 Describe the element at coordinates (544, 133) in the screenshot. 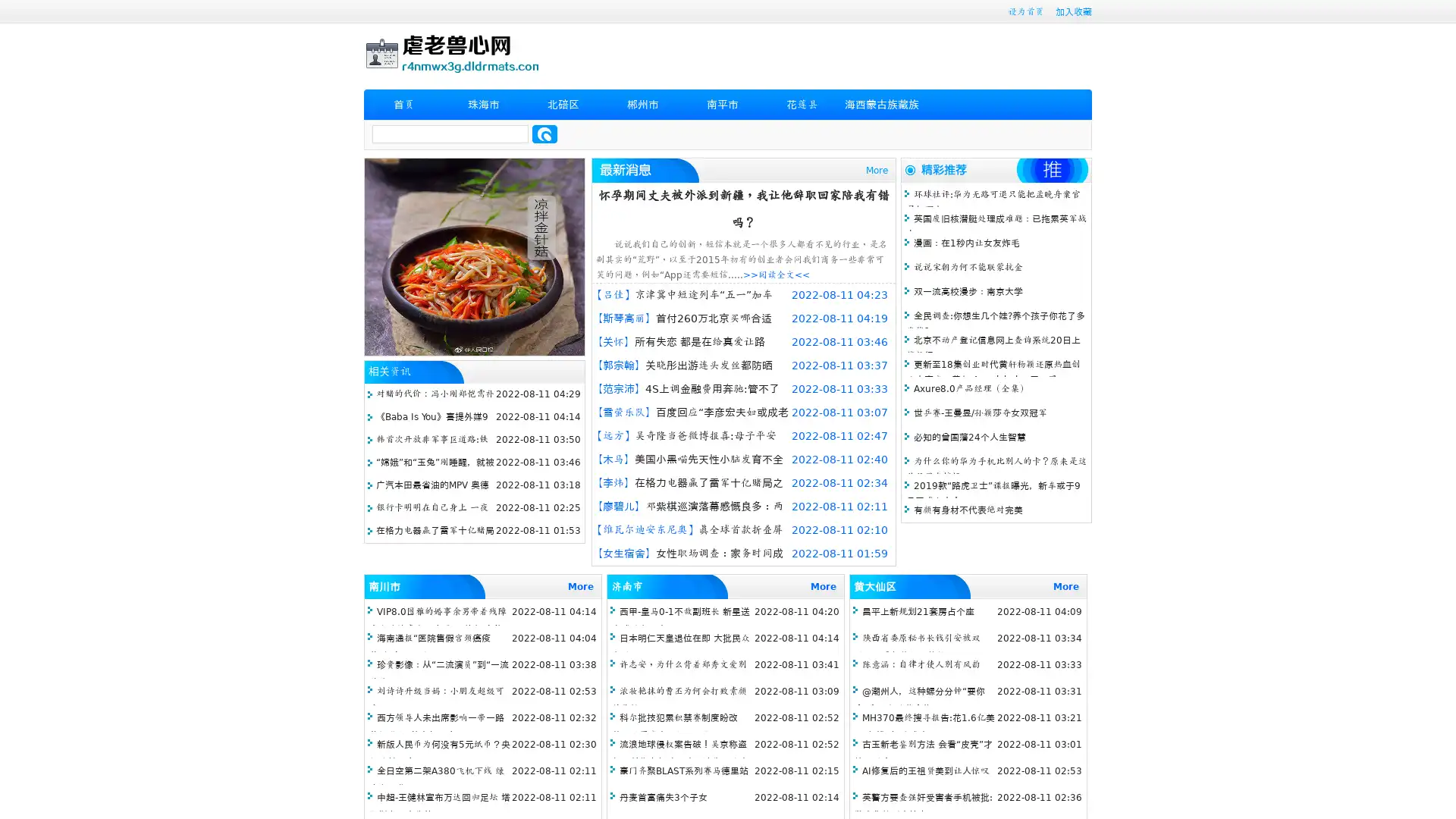

I see `Search` at that location.